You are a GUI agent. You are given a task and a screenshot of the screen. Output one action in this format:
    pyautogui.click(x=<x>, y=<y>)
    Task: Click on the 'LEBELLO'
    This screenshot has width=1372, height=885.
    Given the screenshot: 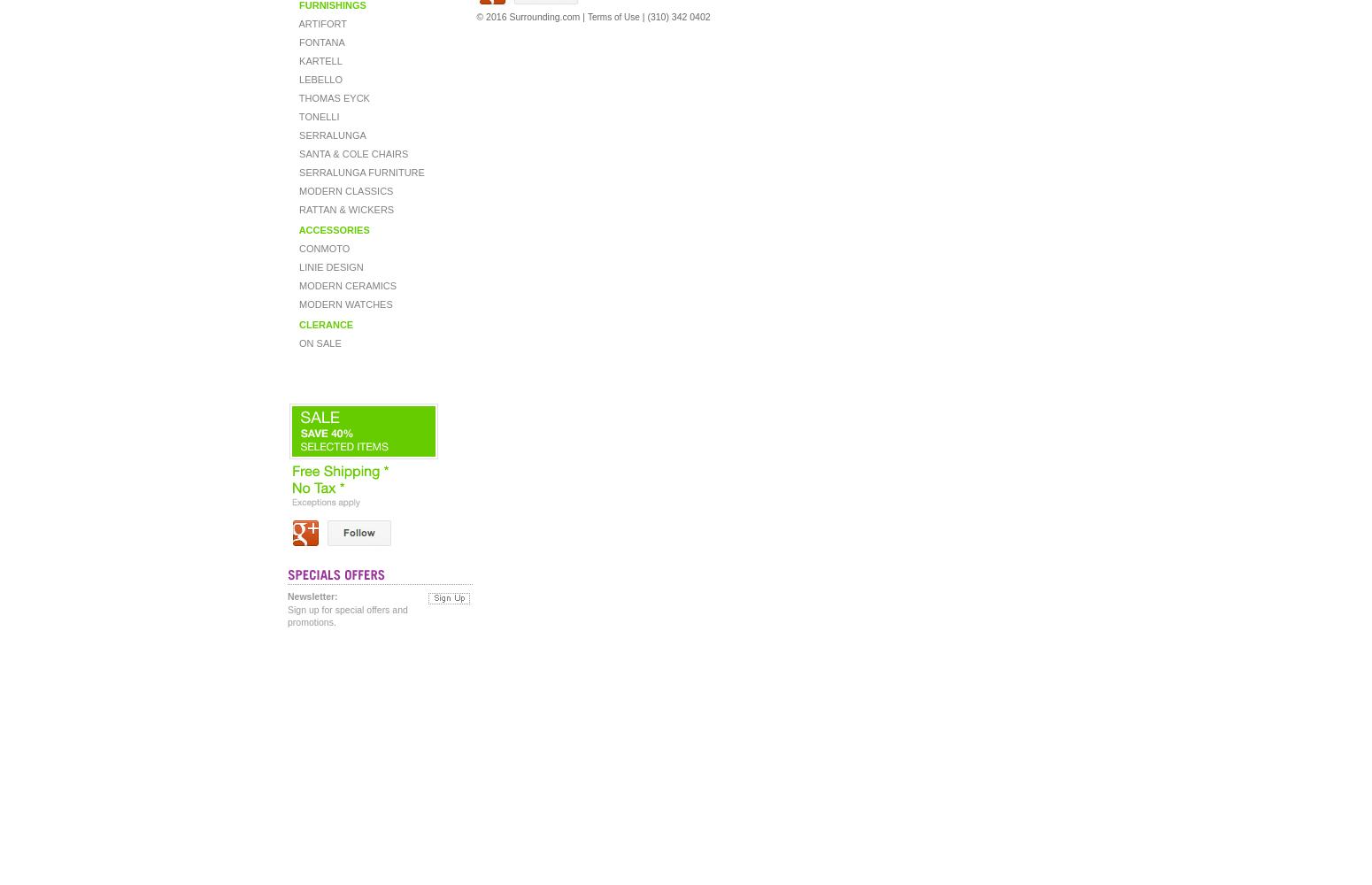 What is the action you would take?
    pyautogui.click(x=318, y=79)
    